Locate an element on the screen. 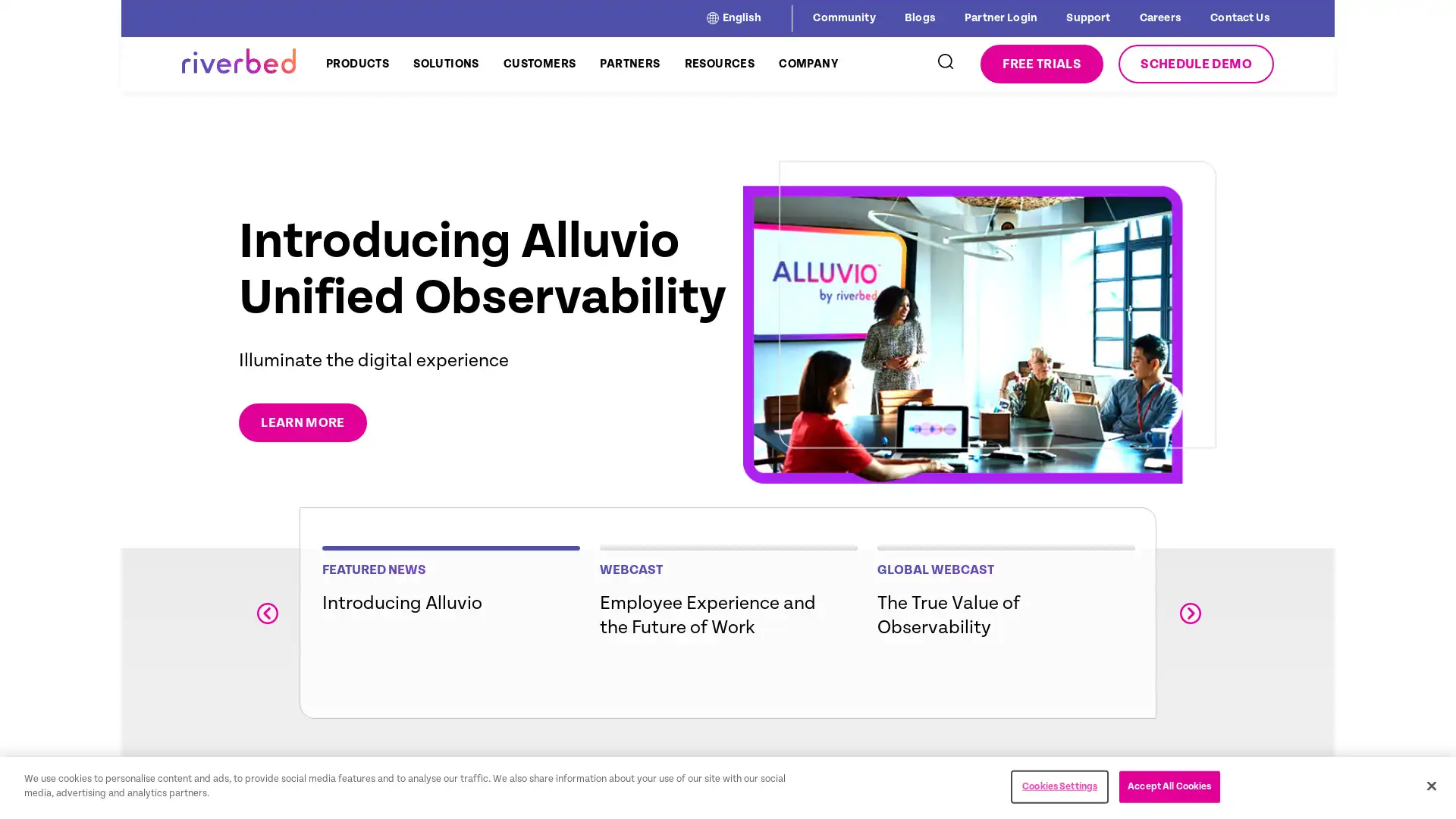 Image resolution: width=1456 pixels, height=819 pixels. Cookies Settings is located at coordinates (1059, 786).